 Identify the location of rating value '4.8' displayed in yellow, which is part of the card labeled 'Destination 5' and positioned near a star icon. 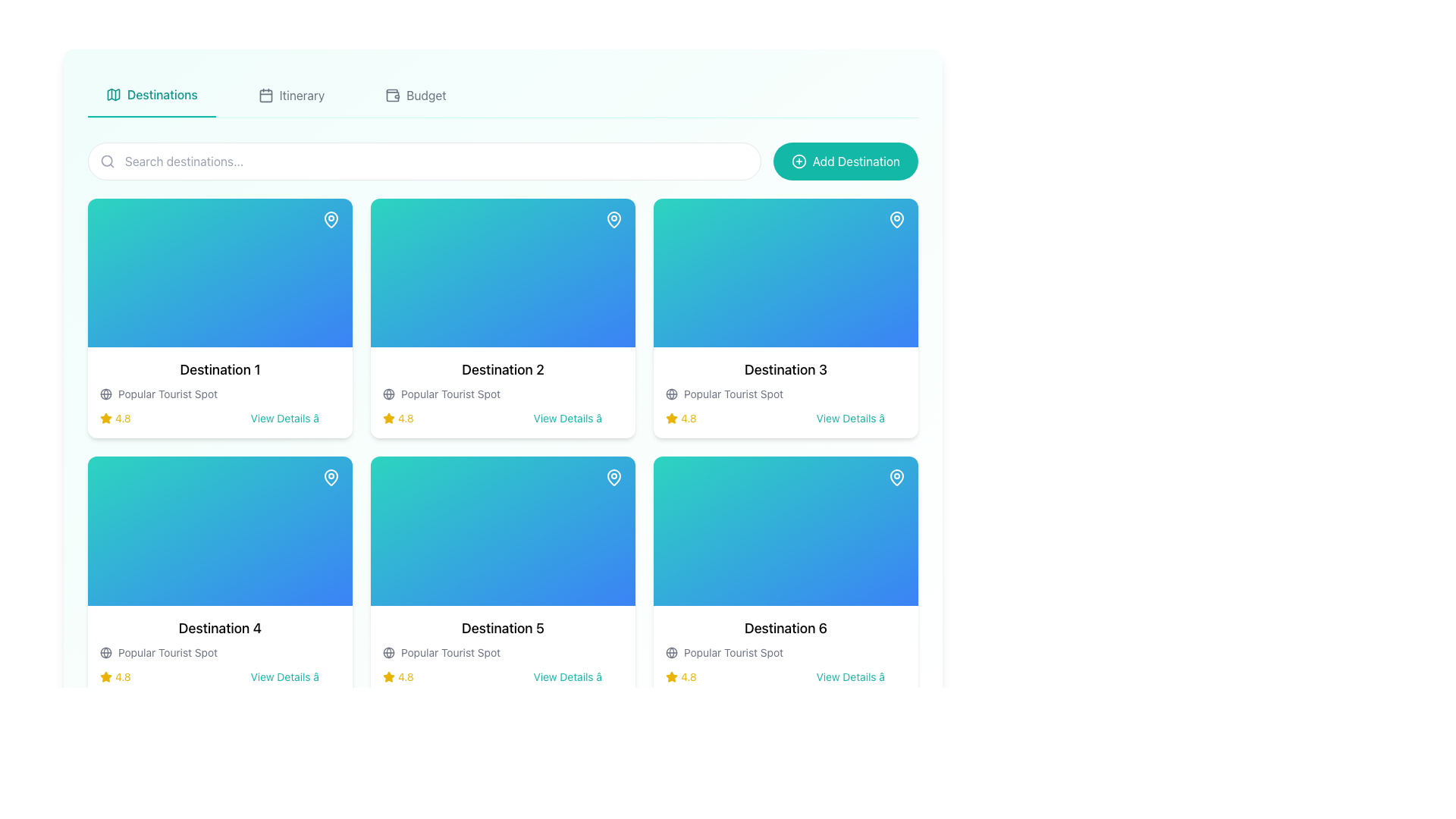
(398, 676).